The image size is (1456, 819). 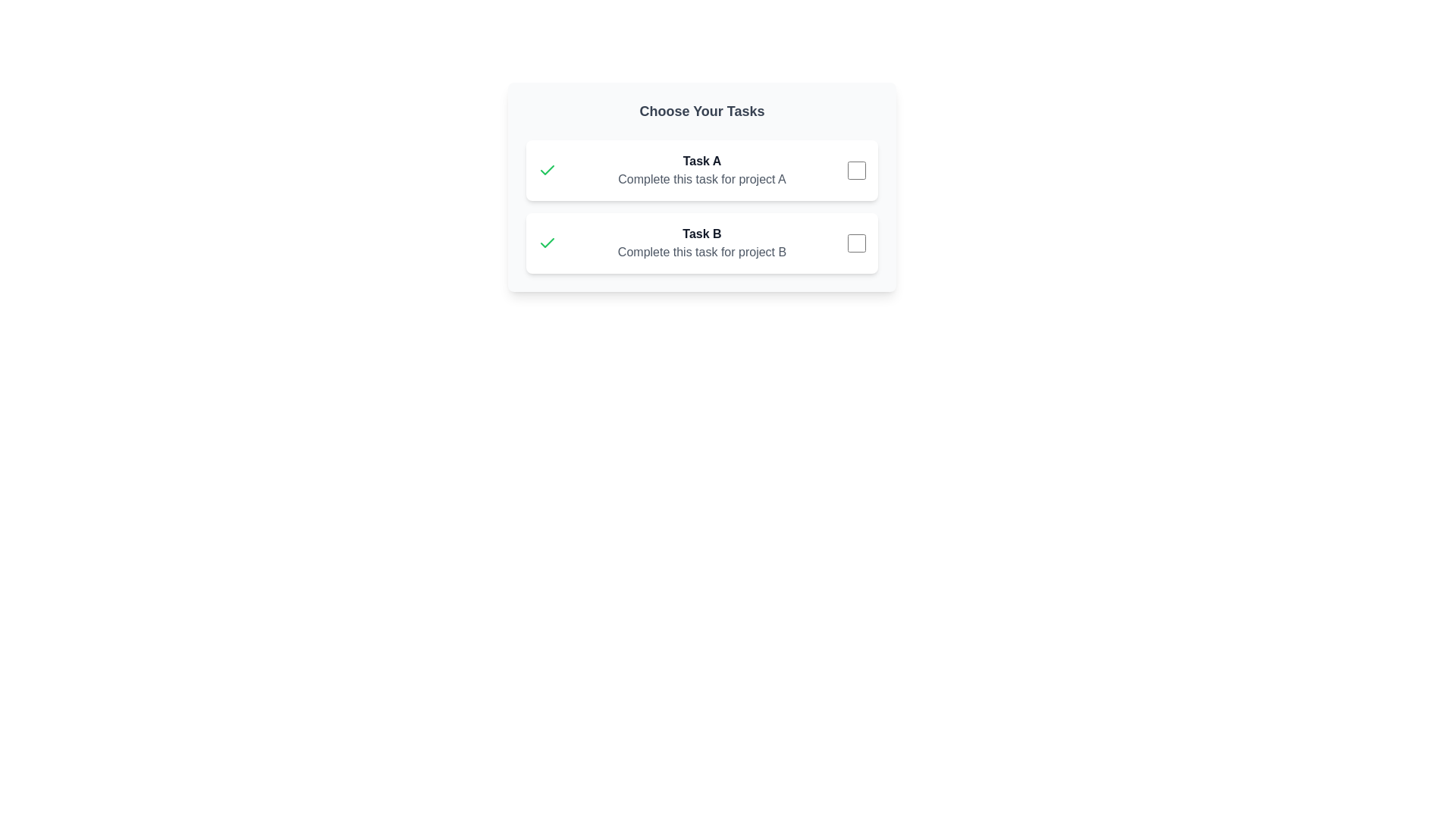 What do you see at coordinates (856, 170) in the screenshot?
I see `the Checkbox located in the top task card labeled 'Task A'` at bounding box center [856, 170].